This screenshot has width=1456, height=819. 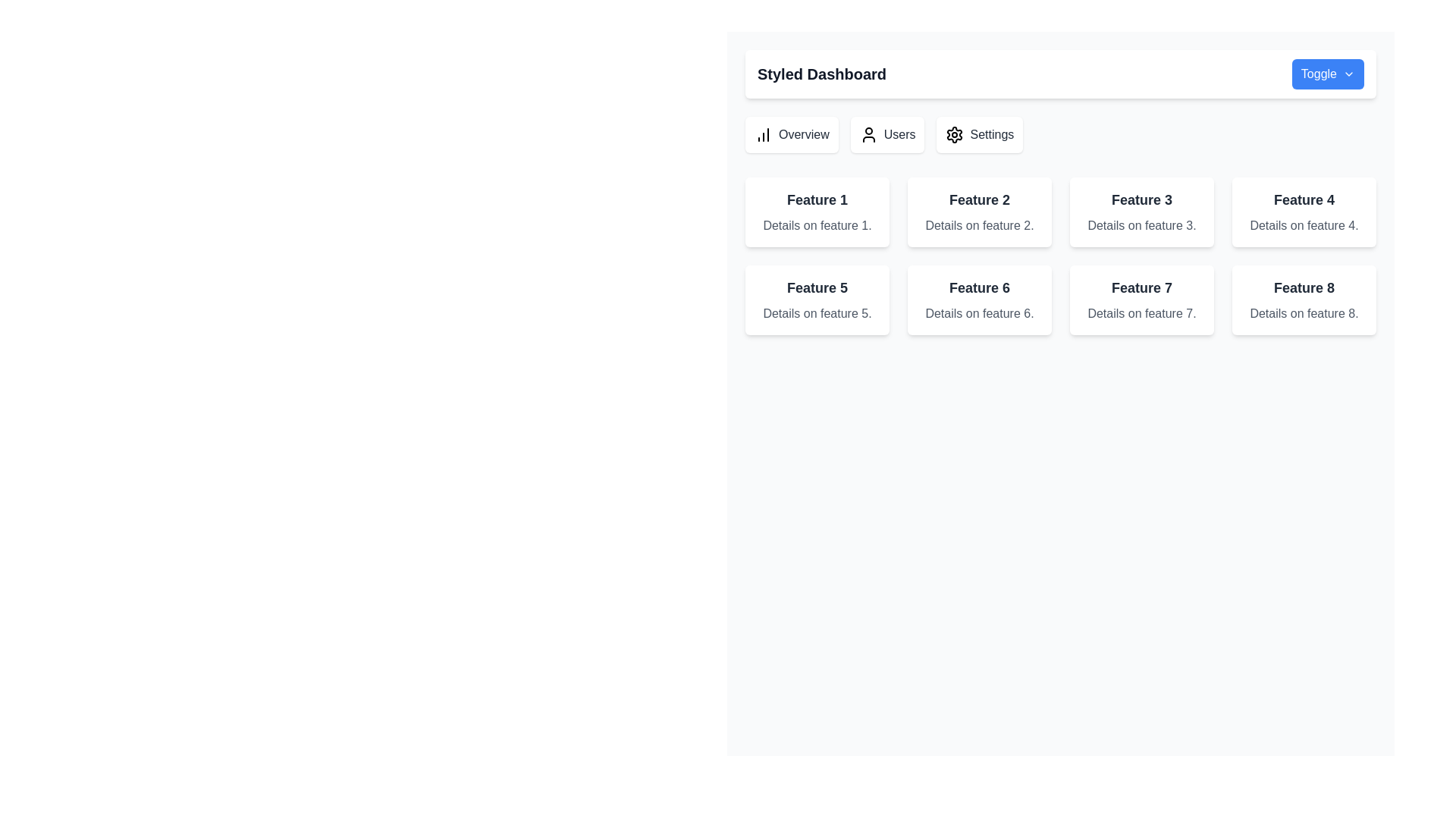 What do you see at coordinates (979, 300) in the screenshot?
I see `the Card component summarizing 'Feature 6' located in the second row and second column of the grid layout` at bounding box center [979, 300].